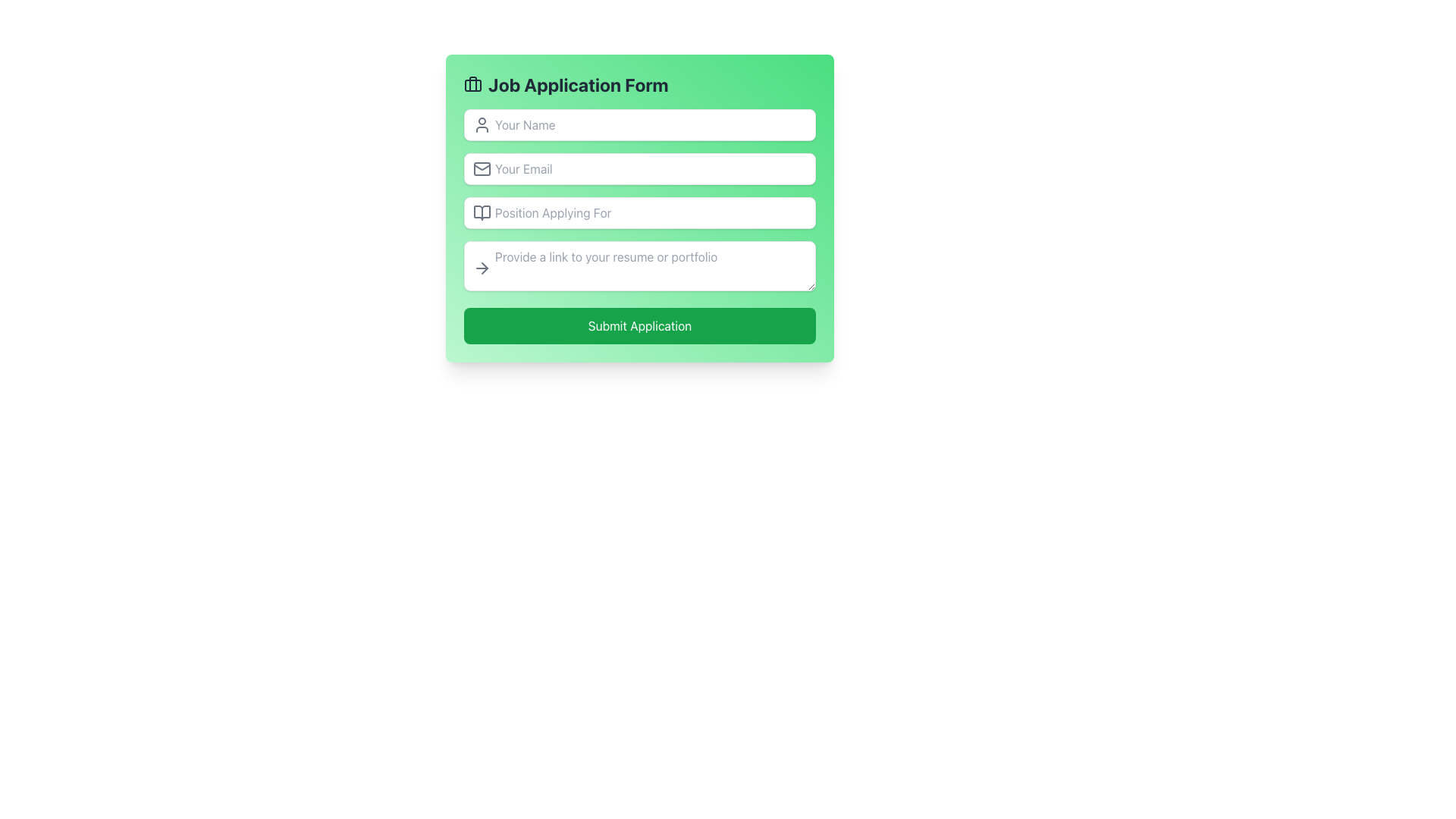  Describe the element at coordinates (481, 124) in the screenshot. I see `the user profile icon located to the left of the 'Your Name' input field` at that location.